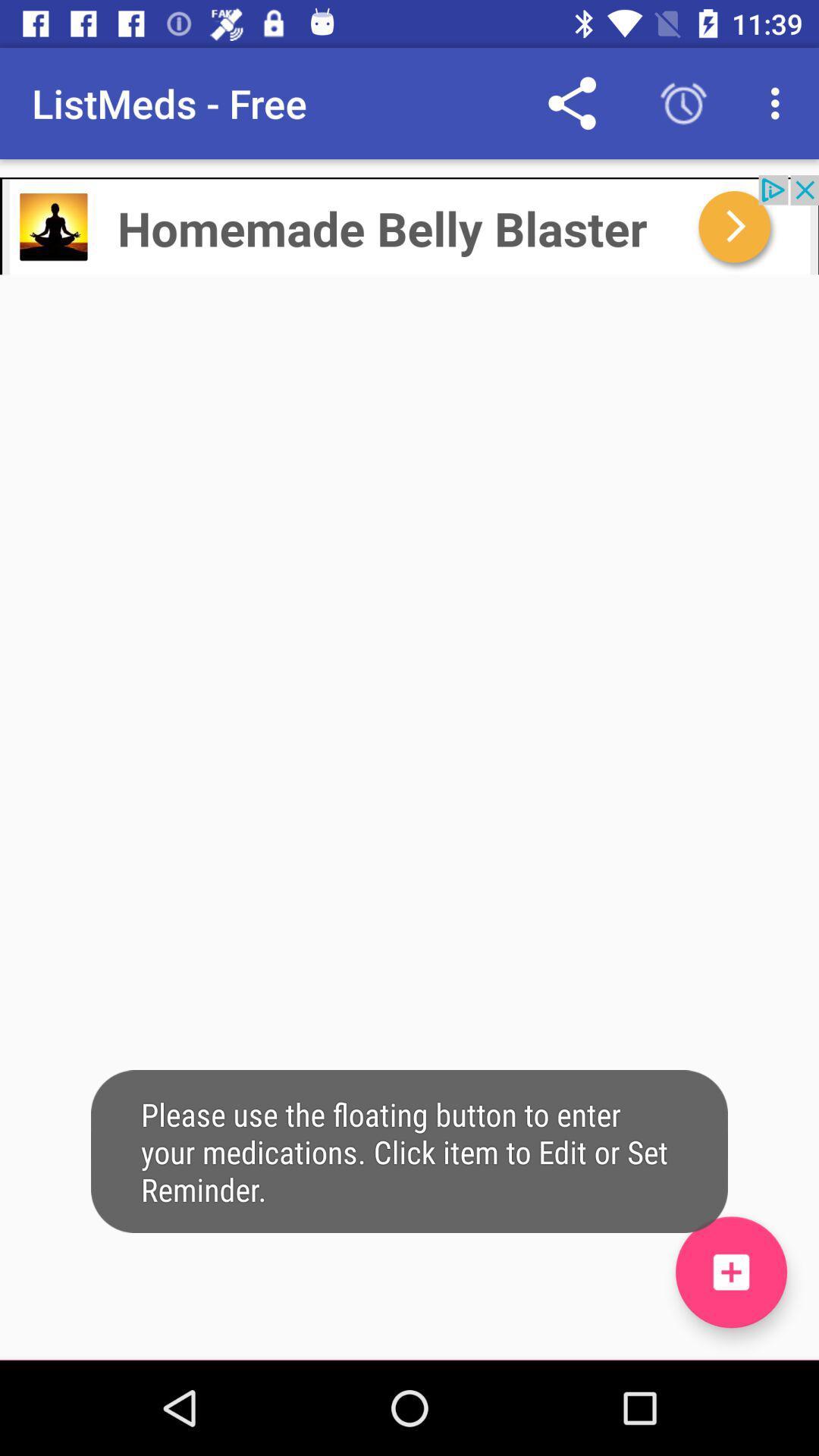 The image size is (819, 1456). What do you see at coordinates (730, 1272) in the screenshot?
I see `listmeds free` at bounding box center [730, 1272].